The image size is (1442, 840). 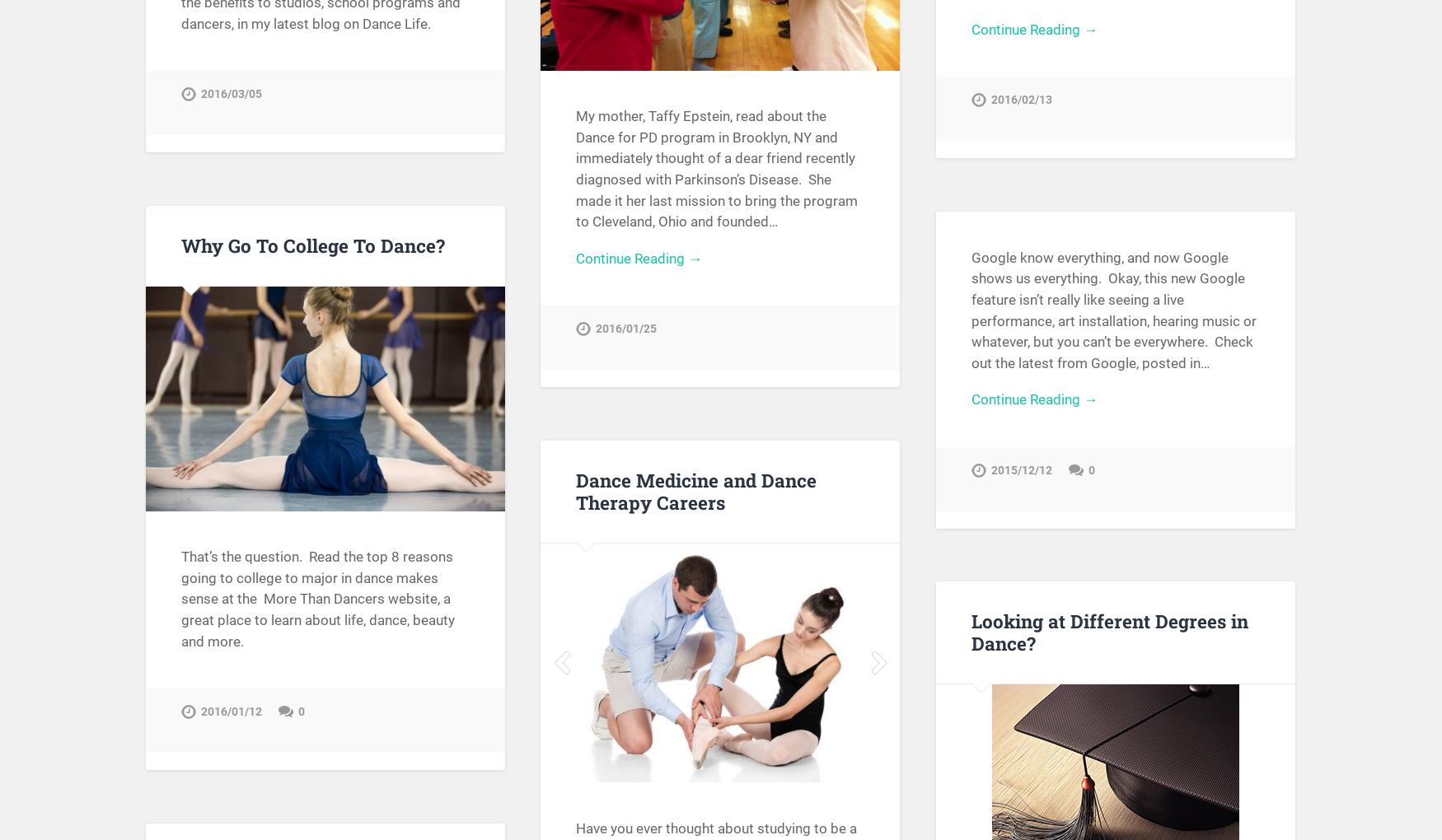 What do you see at coordinates (970, 308) in the screenshot?
I see `'Google know everything, and now Google shows us everything.  Okay, this new Google feature isn’t really like seeing a live performance, art installation, hearing music or whatever, but you can’t be everywhere.  Check out the latest from Google, posted in…'` at bounding box center [970, 308].